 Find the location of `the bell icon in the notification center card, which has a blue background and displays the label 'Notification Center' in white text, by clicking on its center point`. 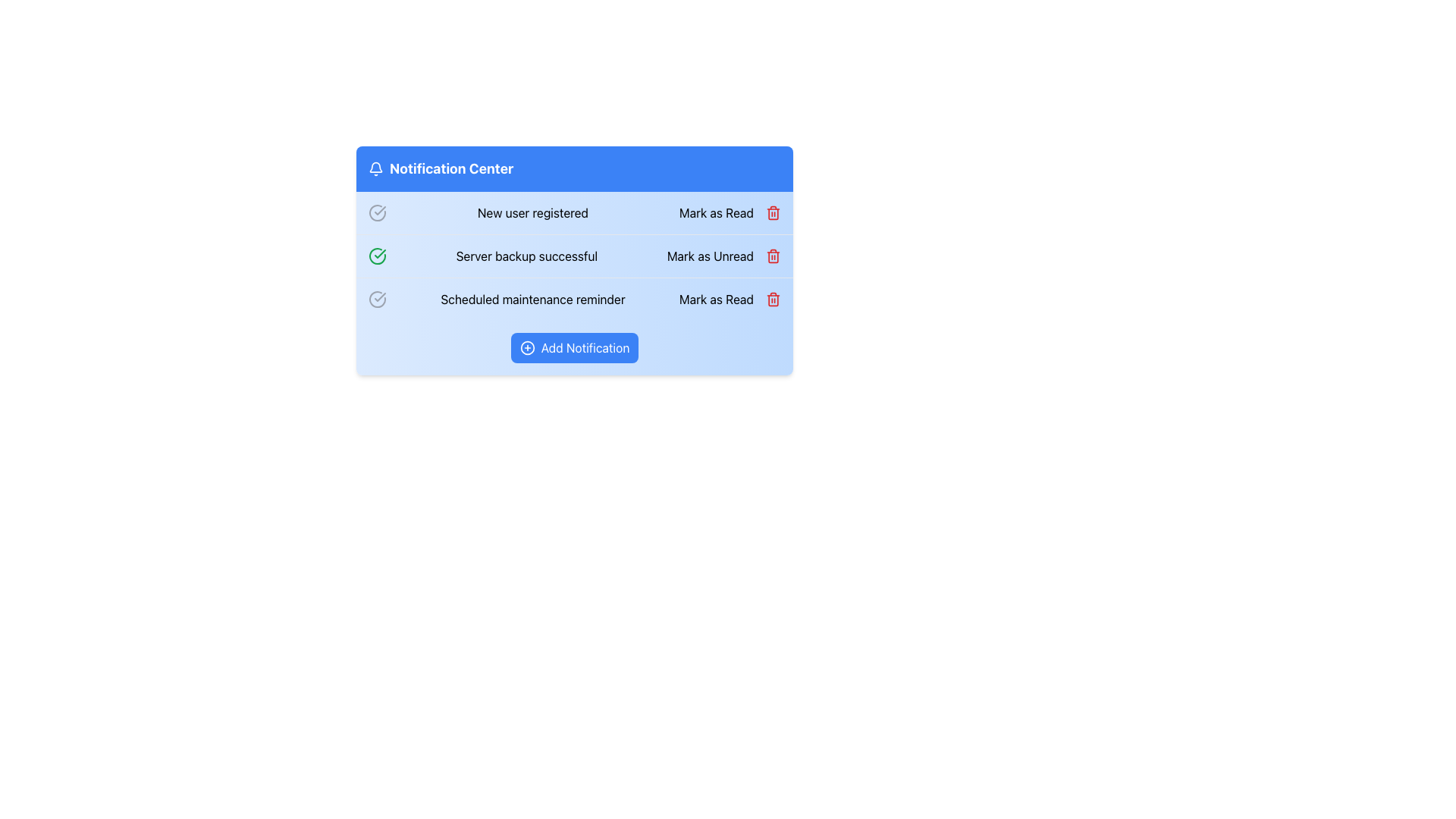

the bell icon in the notification center card, which has a blue background and displays the label 'Notification Center' in white text, by clicking on its center point is located at coordinates (375, 167).